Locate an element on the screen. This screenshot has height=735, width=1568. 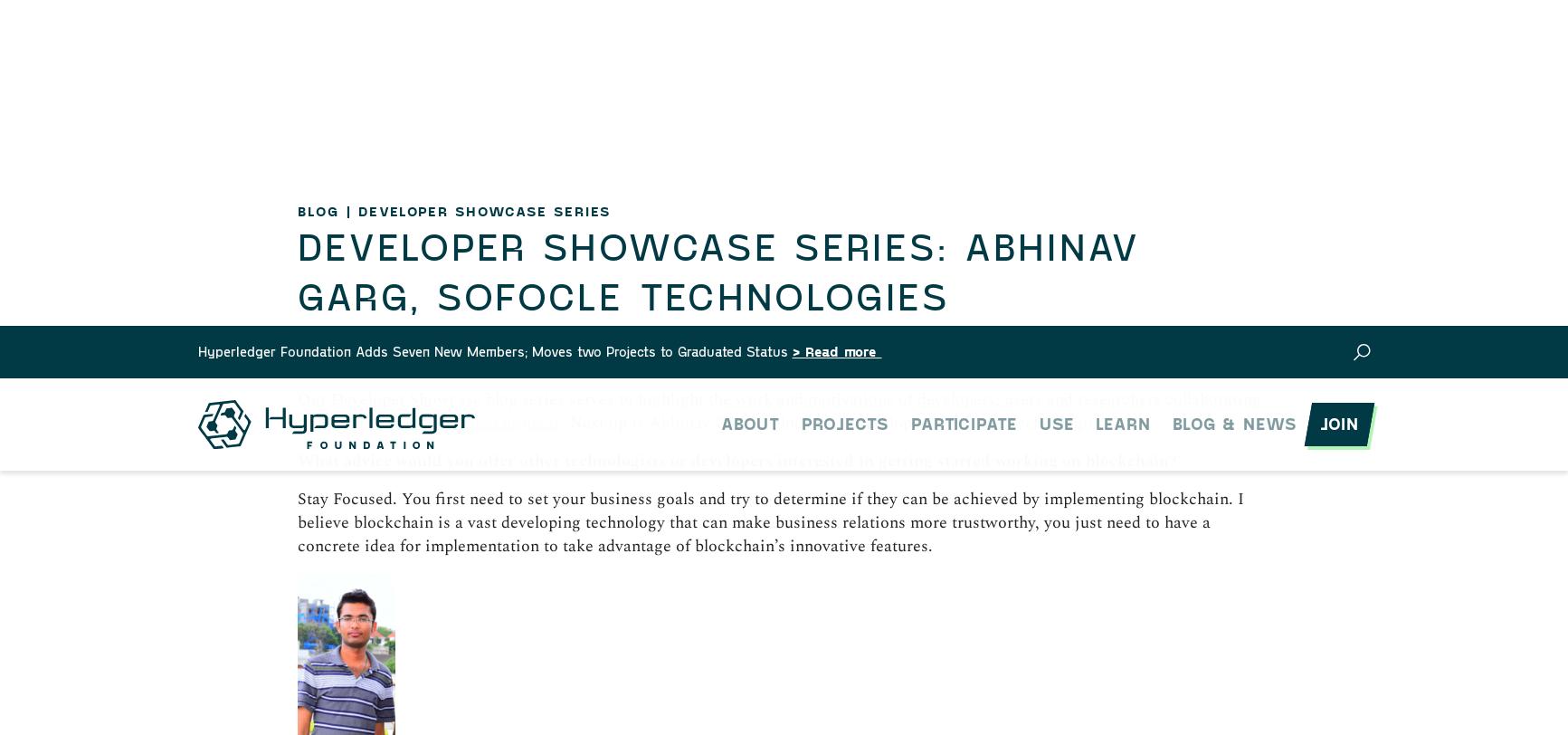
'New Series' is located at coordinates (1057, 193).